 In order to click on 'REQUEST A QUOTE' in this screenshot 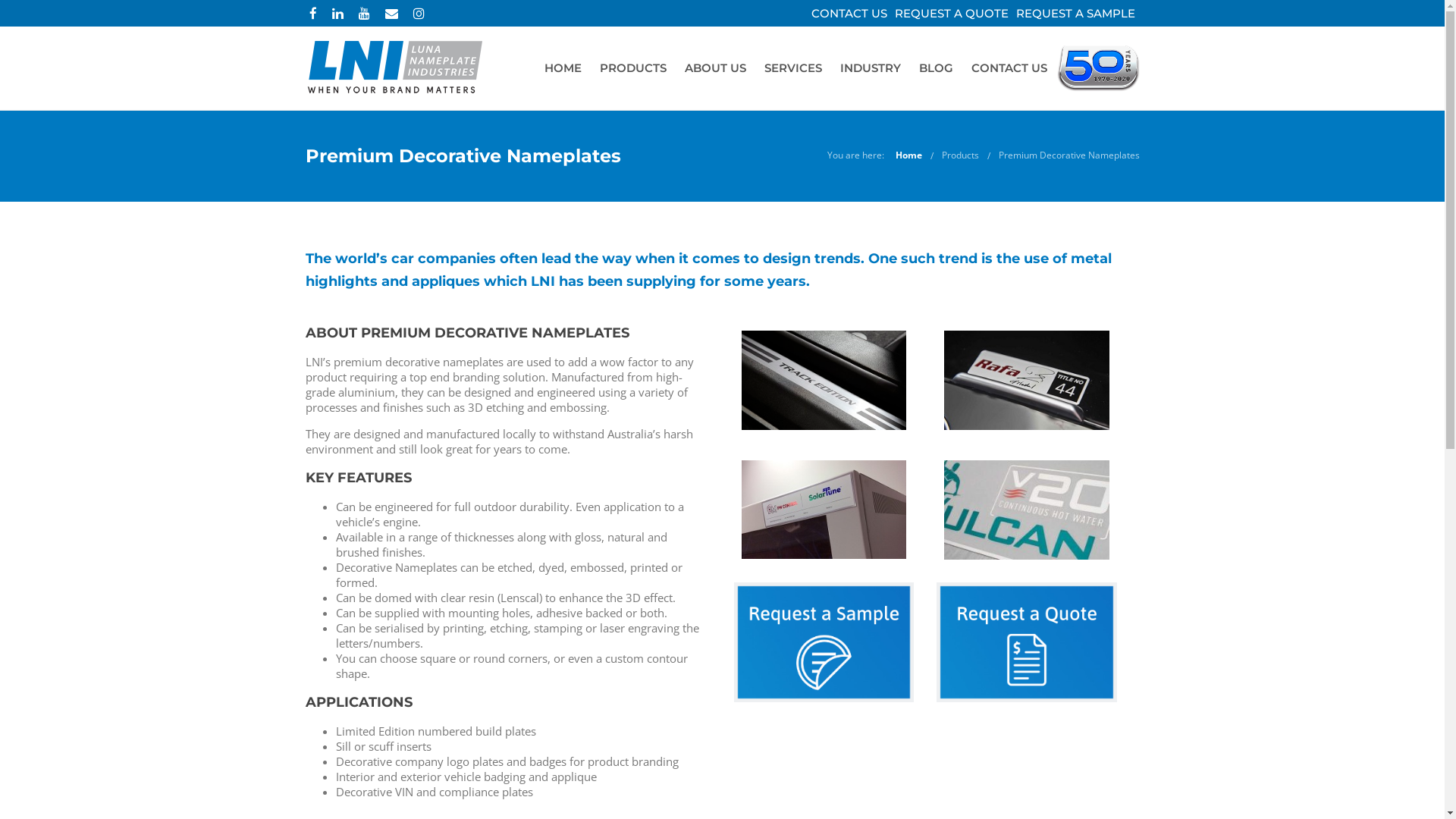, I will do `click(950, 13)`.